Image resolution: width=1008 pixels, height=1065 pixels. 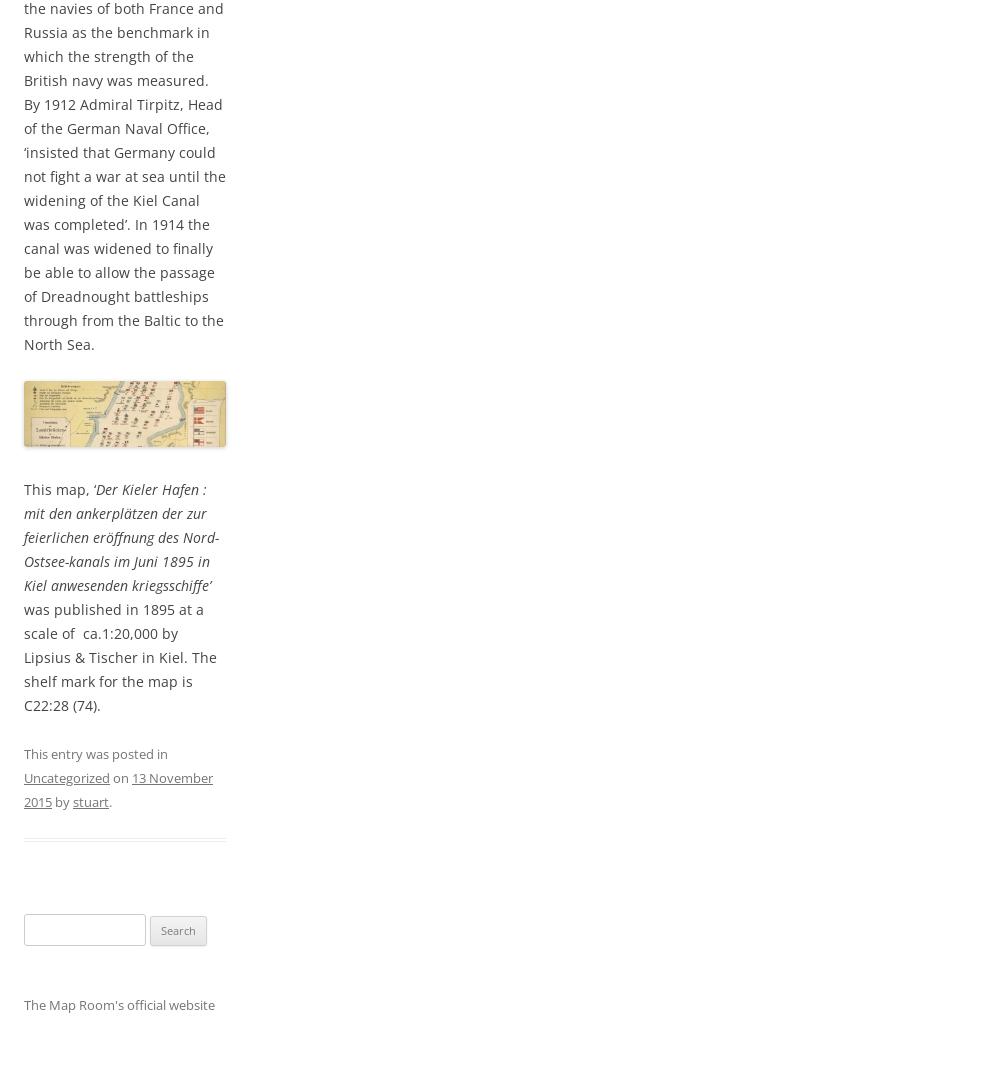 I want to click on 'This entry was posted in', so click(x=95, y=754).